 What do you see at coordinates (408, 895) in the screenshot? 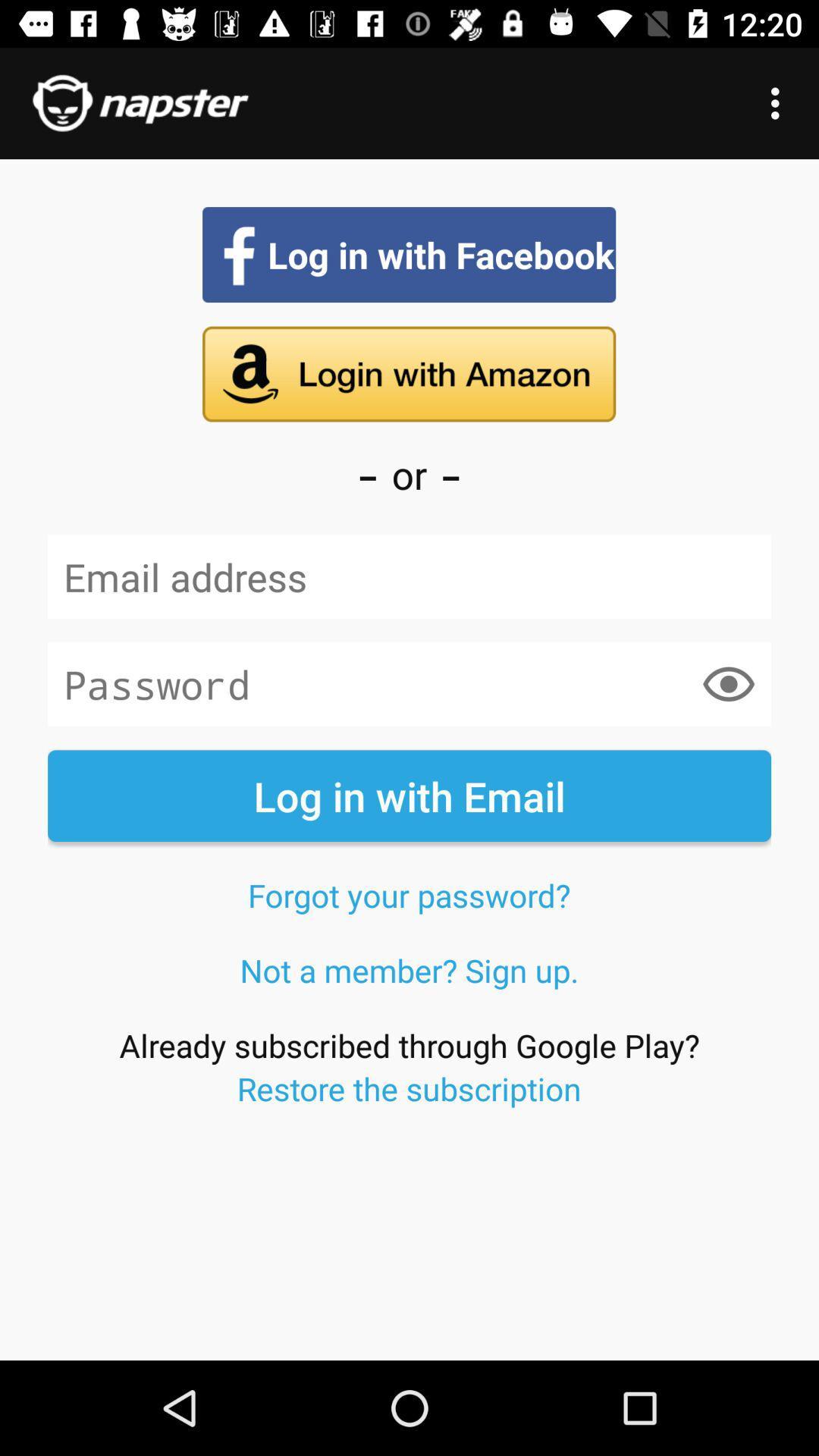
I see `the forgot your password? item` at bounding box center [408, 895].